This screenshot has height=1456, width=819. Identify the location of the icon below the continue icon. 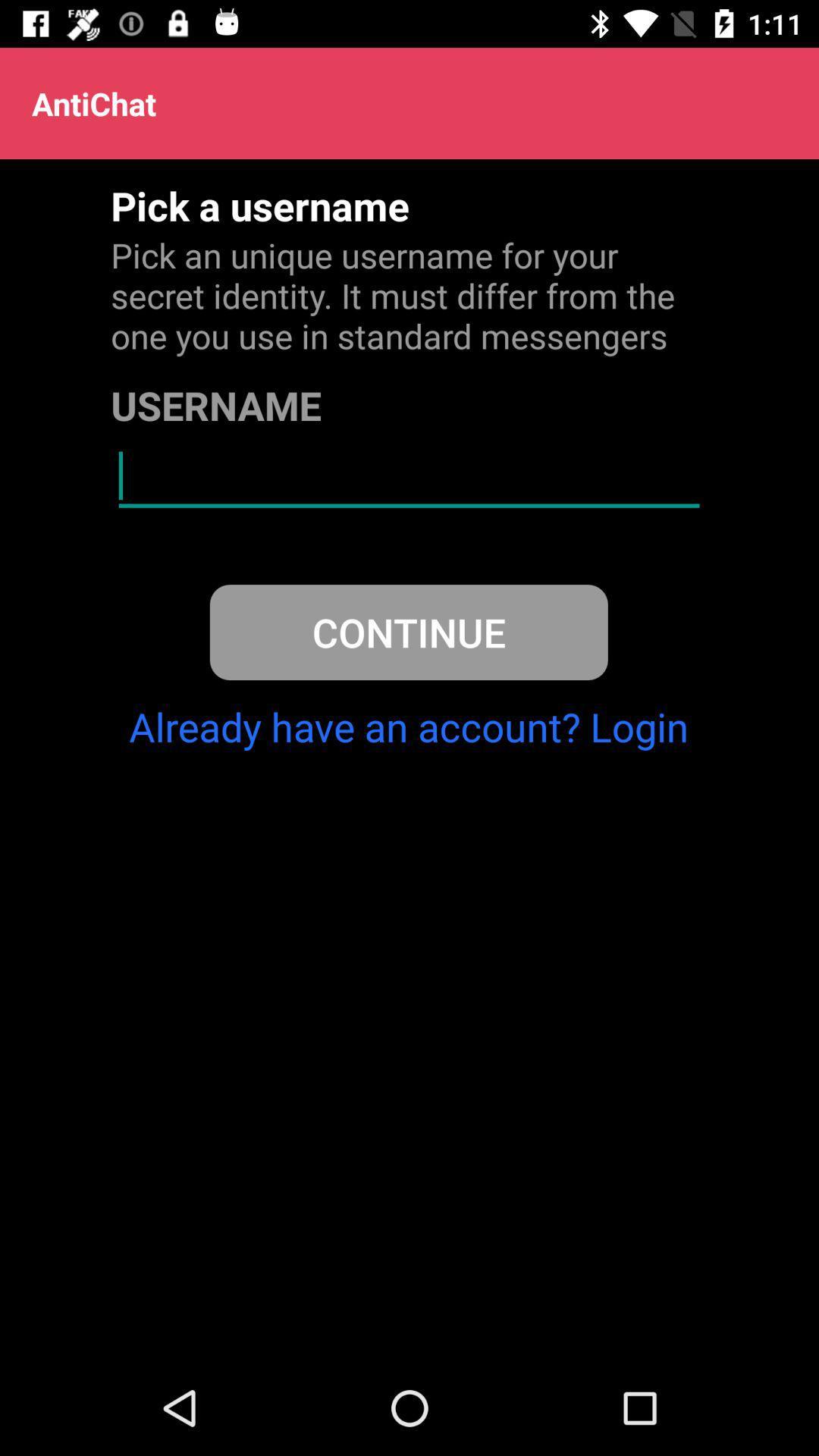
(408, 726).